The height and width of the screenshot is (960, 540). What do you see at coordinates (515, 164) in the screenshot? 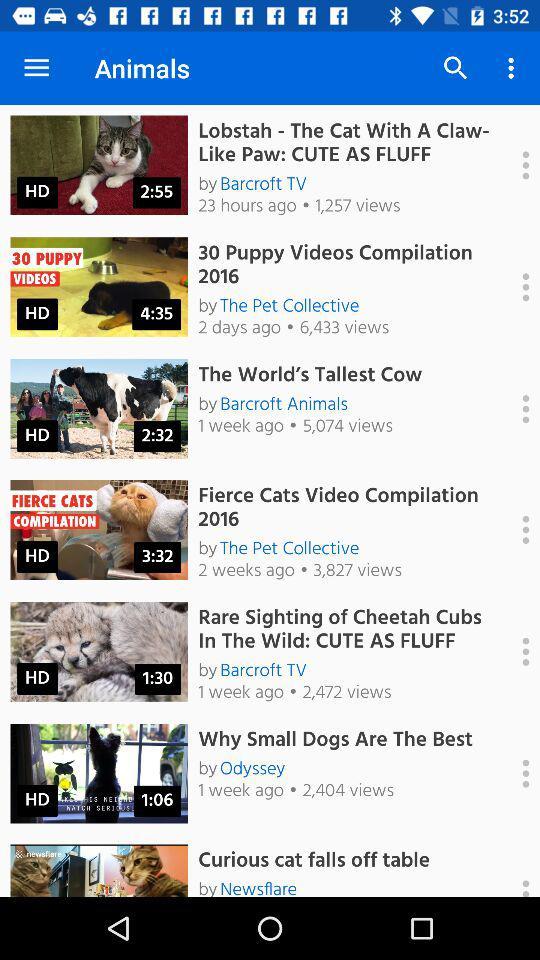
I see `page actions` at bounding box center [515, 164].